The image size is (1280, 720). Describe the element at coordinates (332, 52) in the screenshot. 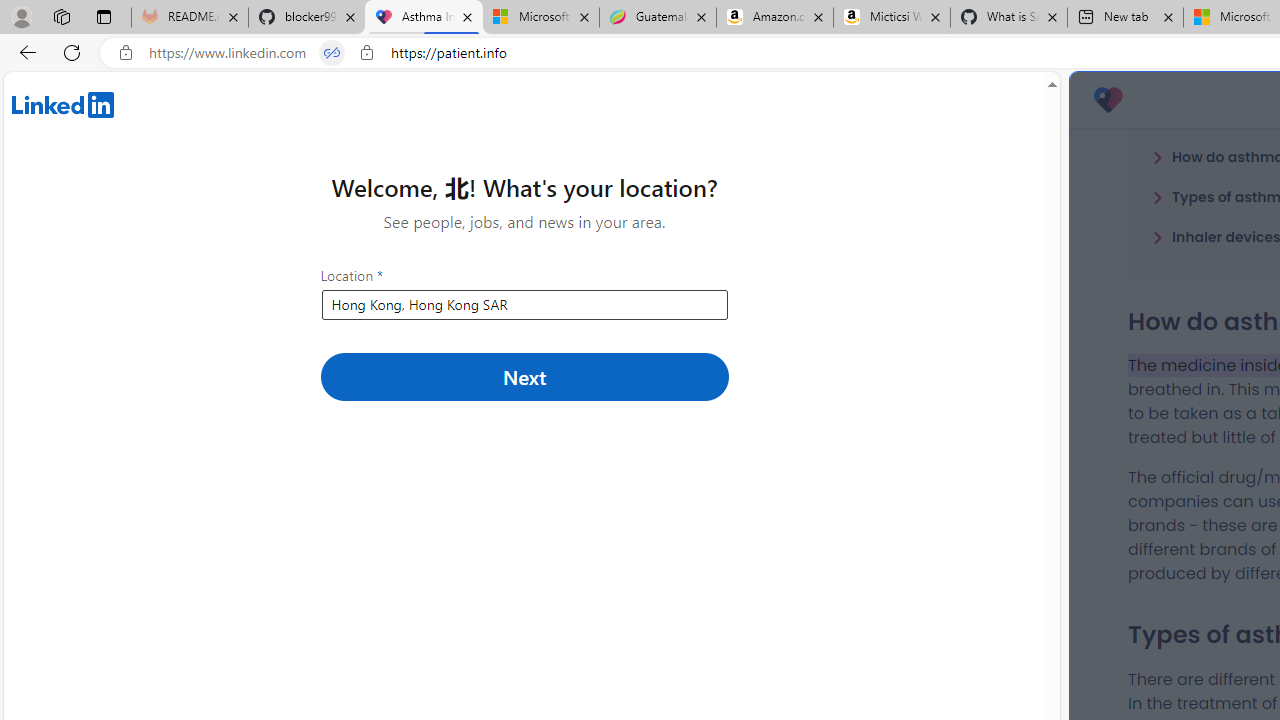

I see `'Tabs in split screen'` at that location.